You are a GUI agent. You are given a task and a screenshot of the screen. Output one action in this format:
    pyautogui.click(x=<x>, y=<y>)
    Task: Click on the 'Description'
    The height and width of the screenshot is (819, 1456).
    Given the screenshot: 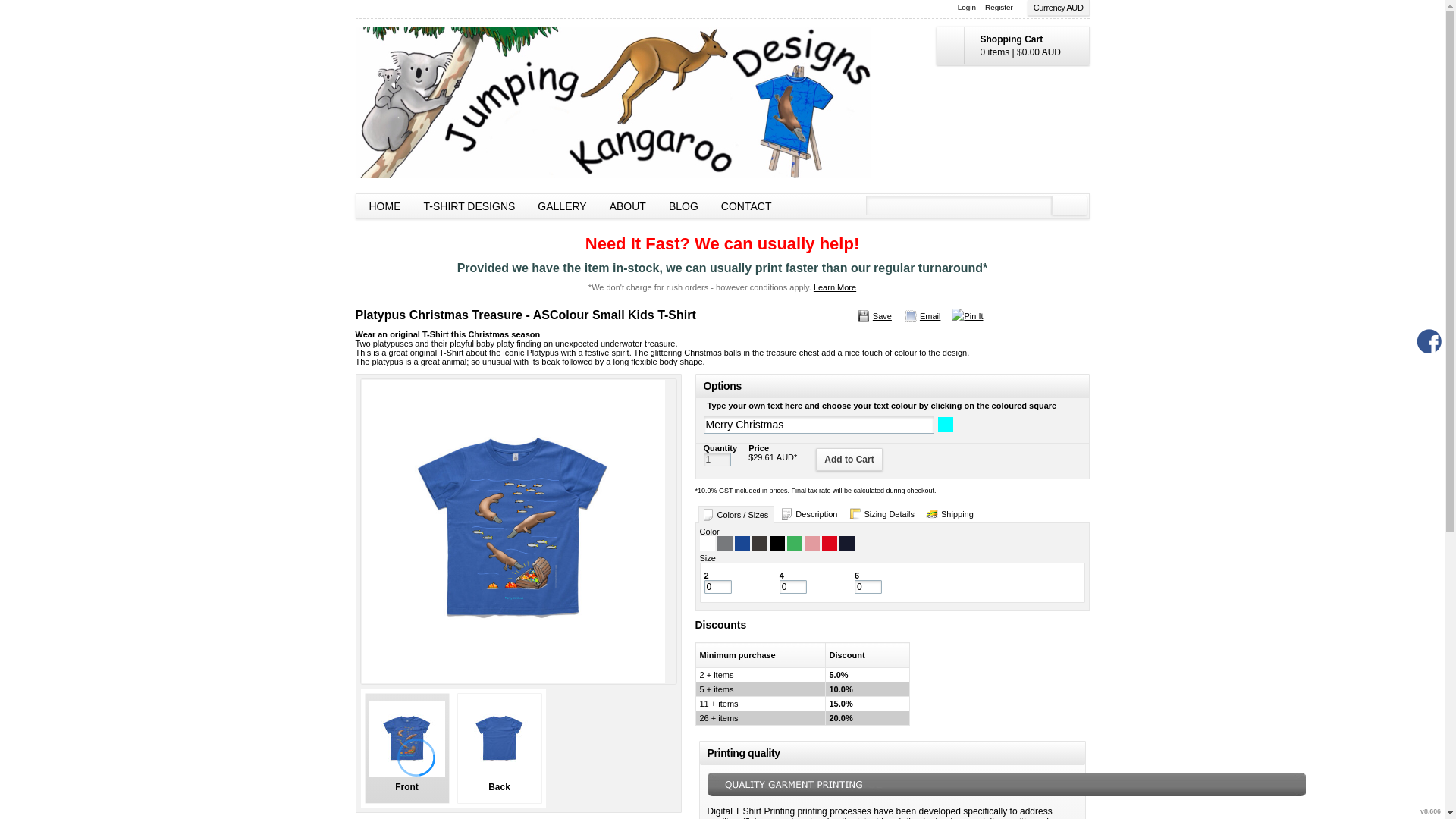 What is the action you would take?
    pyautogui.click(x=808, y=513)
    